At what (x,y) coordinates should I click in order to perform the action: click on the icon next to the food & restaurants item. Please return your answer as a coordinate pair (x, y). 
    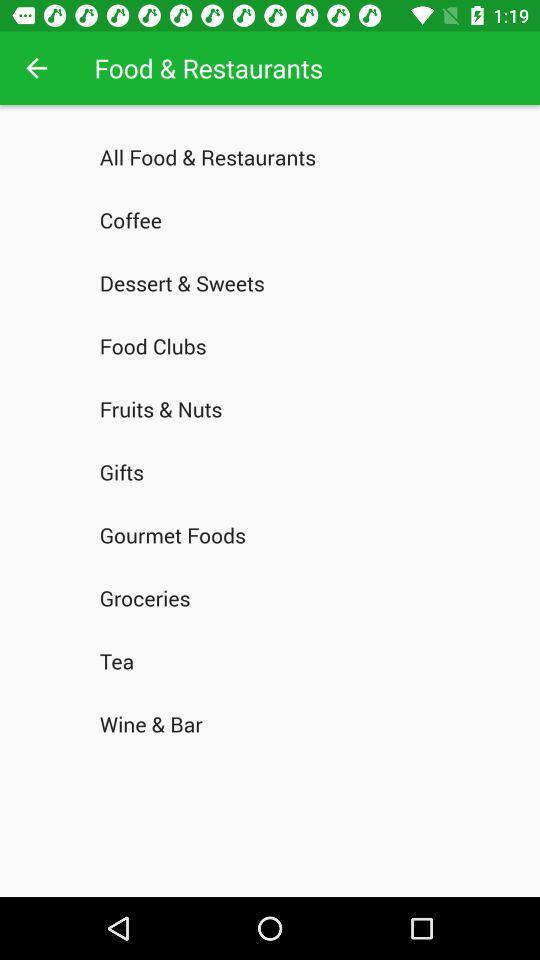
    Looking at the image, I should click on (36, 68).